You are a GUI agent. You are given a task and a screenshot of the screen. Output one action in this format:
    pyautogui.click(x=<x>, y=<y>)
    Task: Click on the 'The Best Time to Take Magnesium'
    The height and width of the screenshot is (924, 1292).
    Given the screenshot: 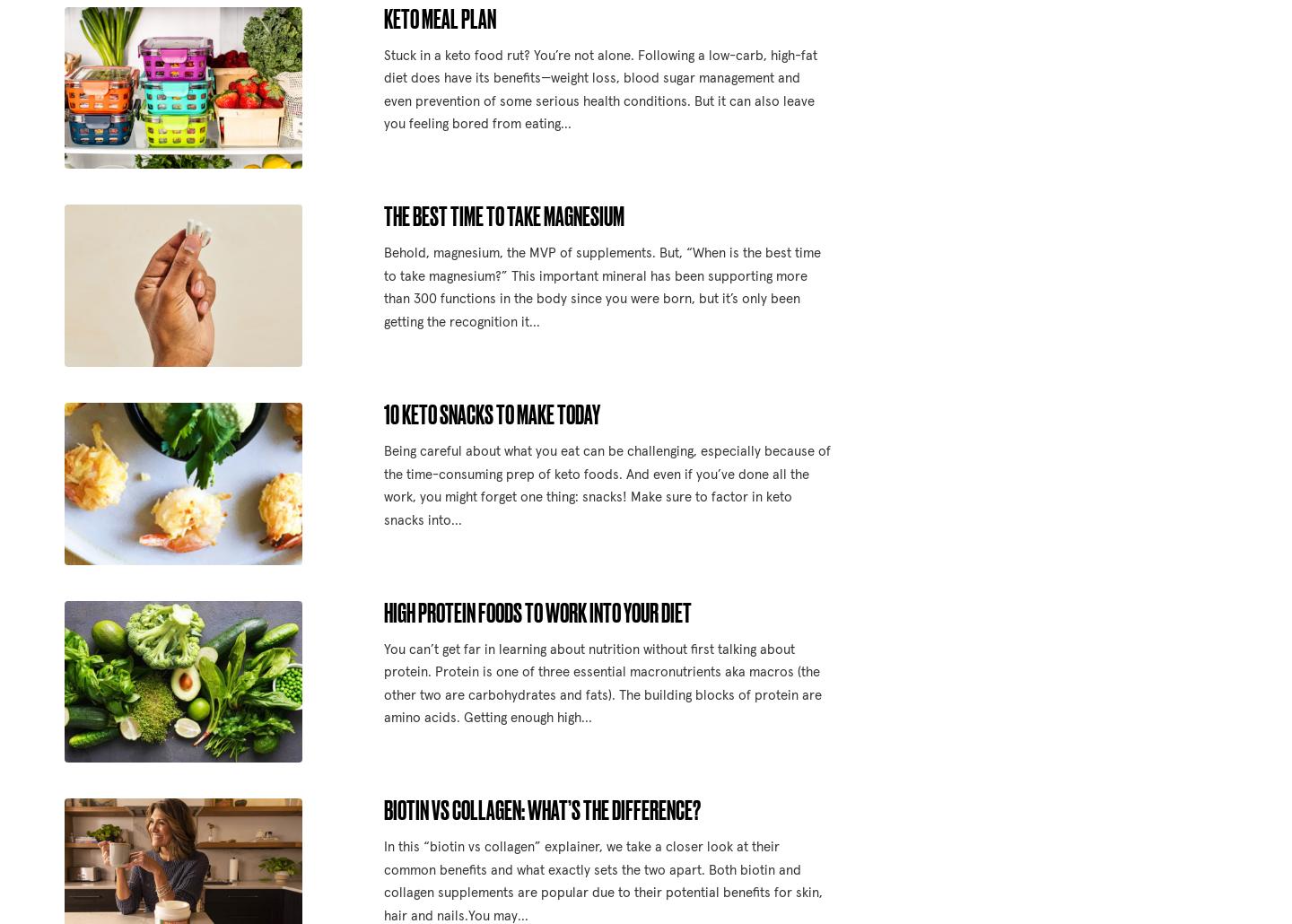 What is the action you would take?
    pyautogui.click(x=382, y=216)
    